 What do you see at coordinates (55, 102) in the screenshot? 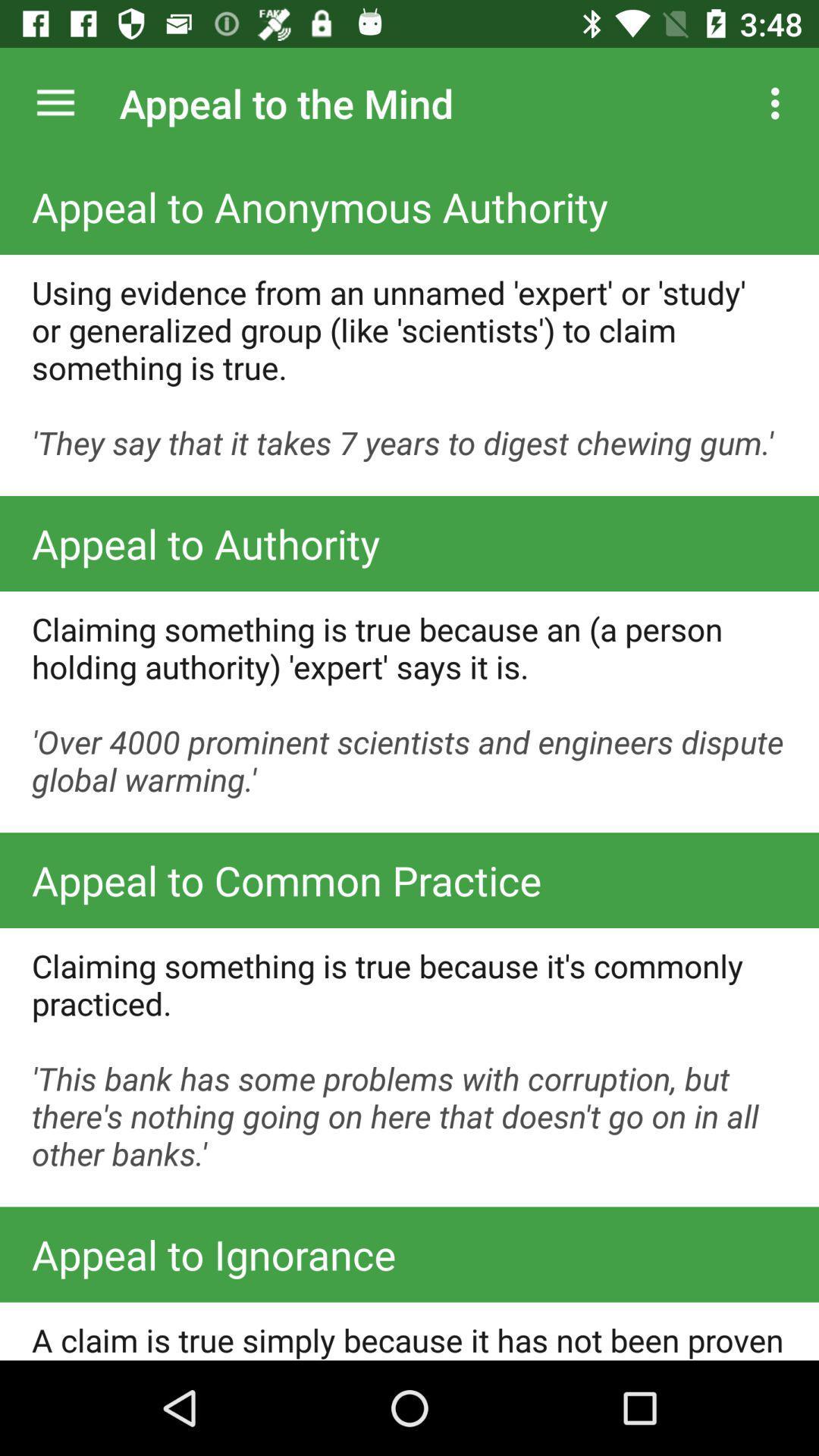
I see `icon next to appeal to the item` at bounding box center [55, 102].